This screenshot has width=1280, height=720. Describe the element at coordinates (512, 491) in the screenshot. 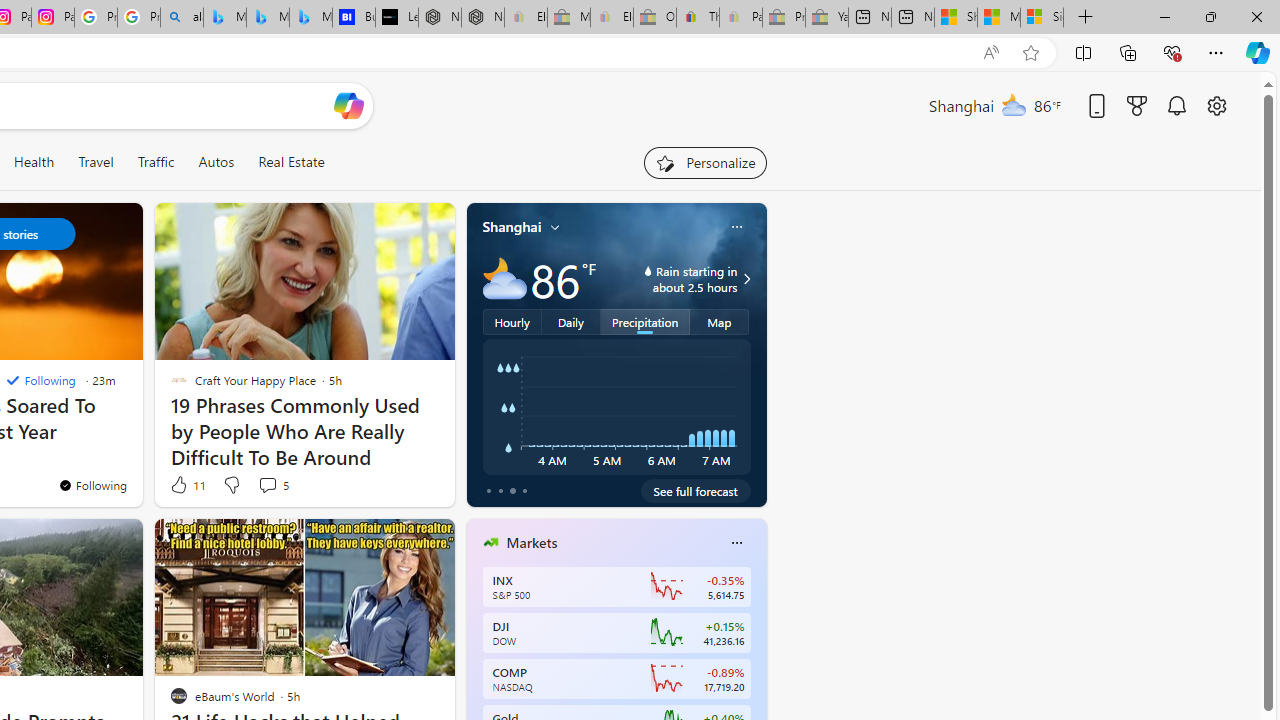

I see `'tab-2'` at that location.